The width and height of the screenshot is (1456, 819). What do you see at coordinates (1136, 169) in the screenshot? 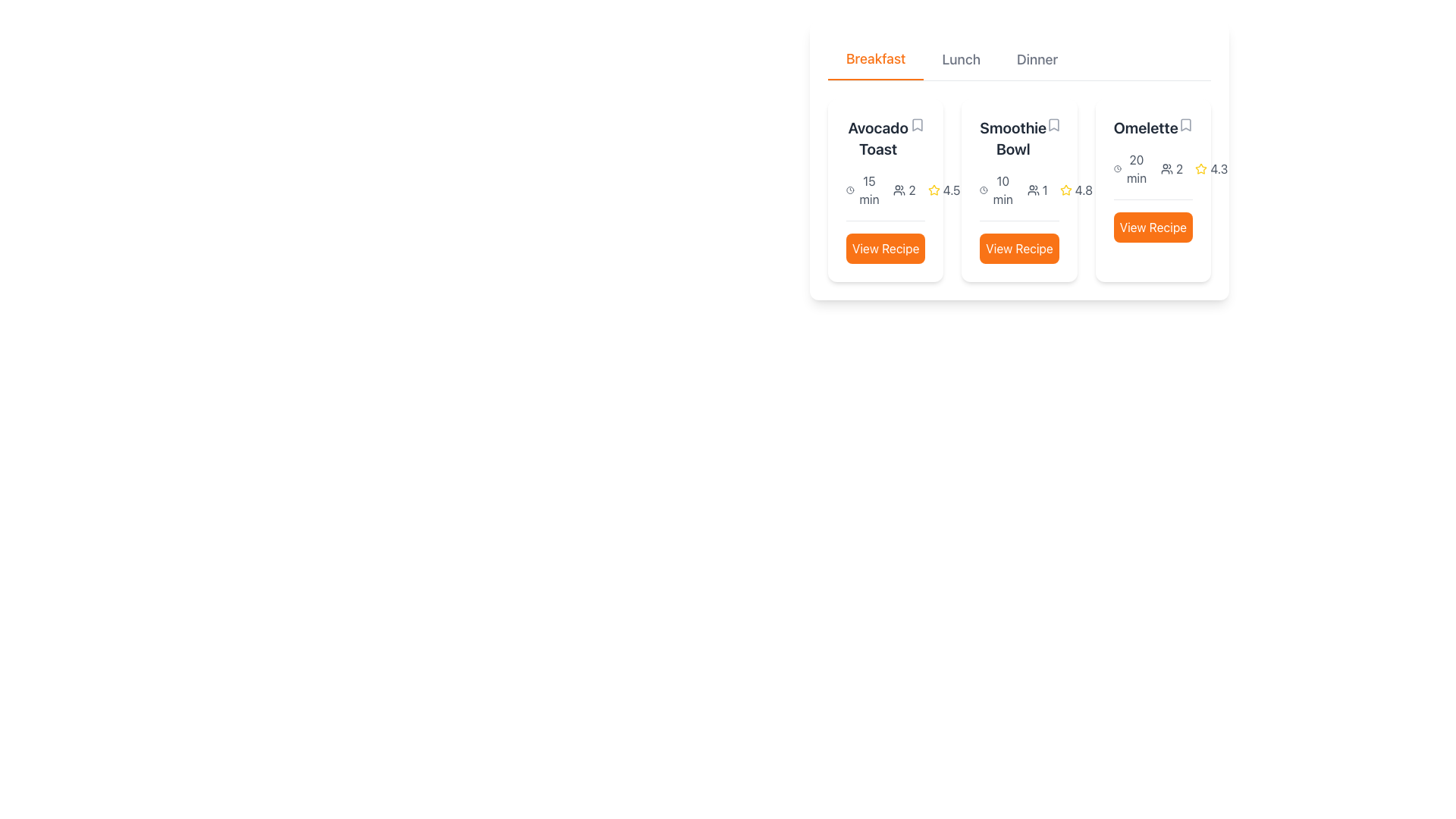
I see `the non-interactive text label displaying the preparation time for the 'Omelette' recipe, located centrally within the recipe card` at bounding box center [1136, 169].